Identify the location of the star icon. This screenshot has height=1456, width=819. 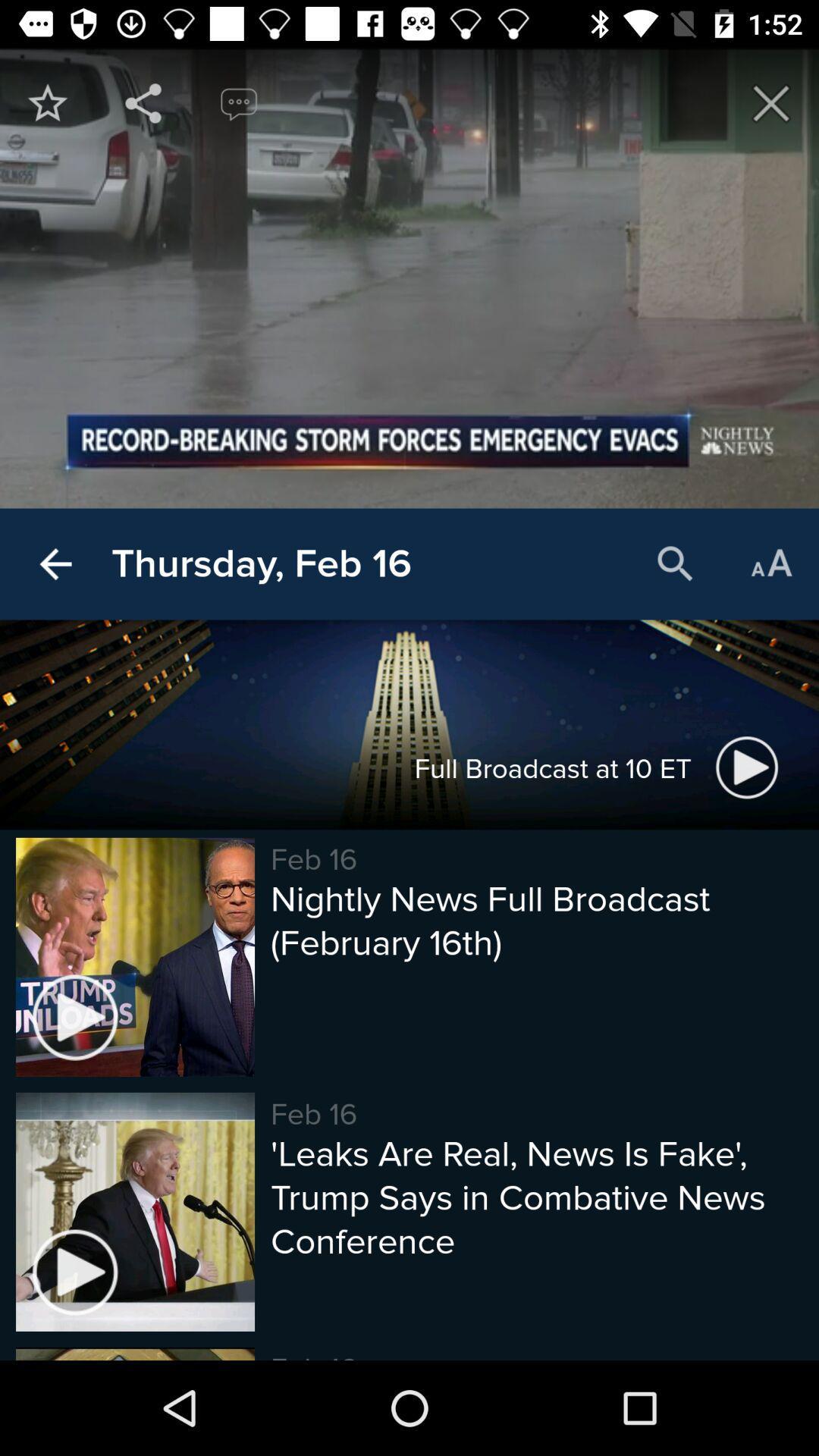
(46, 102).